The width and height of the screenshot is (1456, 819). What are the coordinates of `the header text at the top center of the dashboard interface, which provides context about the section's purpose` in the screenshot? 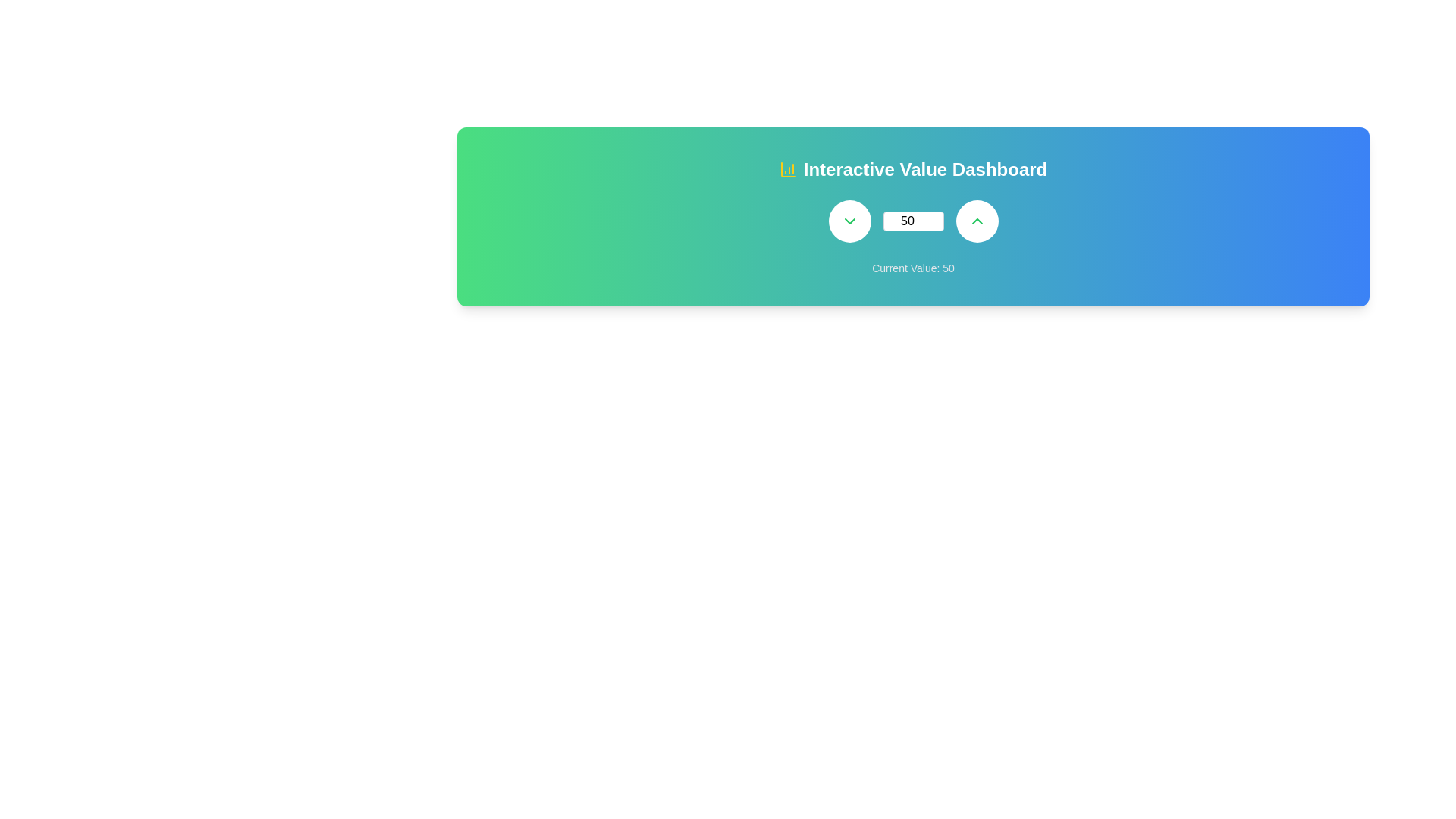 It's located at (924, 169).